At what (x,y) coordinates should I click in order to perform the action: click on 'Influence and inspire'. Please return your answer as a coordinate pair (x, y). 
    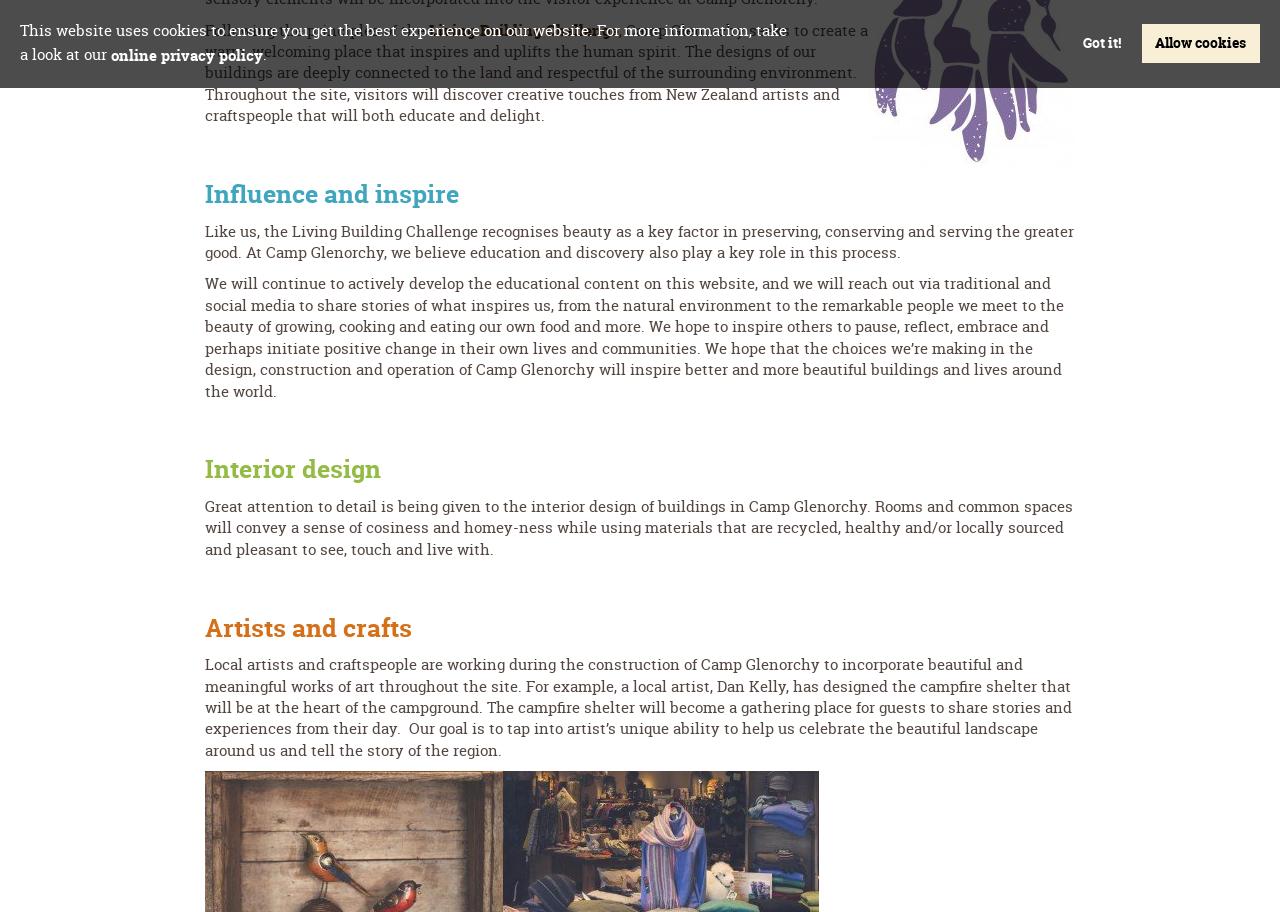
    Looking at the image, I should click on (205, 192).